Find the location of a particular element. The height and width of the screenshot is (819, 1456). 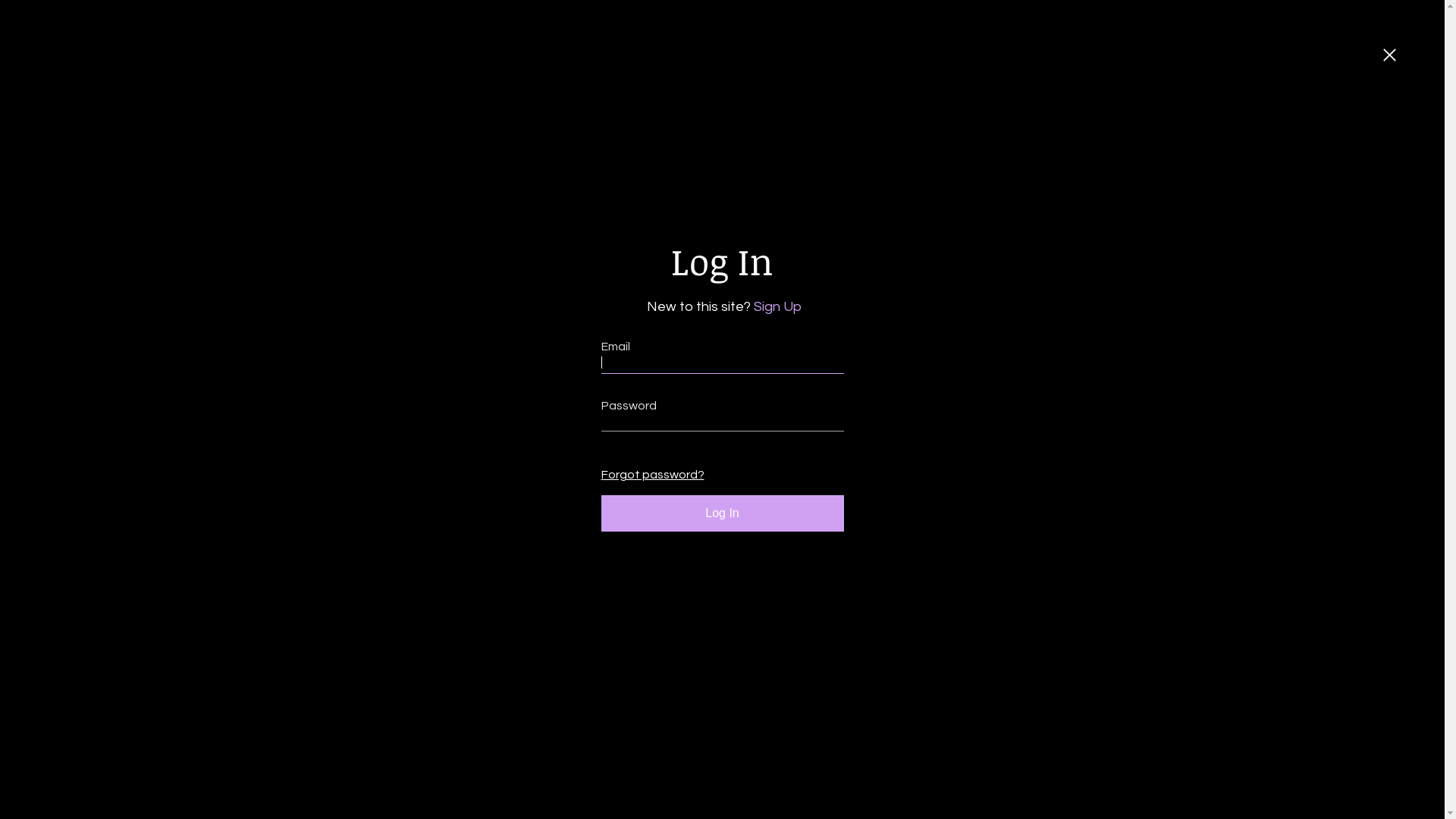

'Forgot password?' is located at coordinates (648, 474).